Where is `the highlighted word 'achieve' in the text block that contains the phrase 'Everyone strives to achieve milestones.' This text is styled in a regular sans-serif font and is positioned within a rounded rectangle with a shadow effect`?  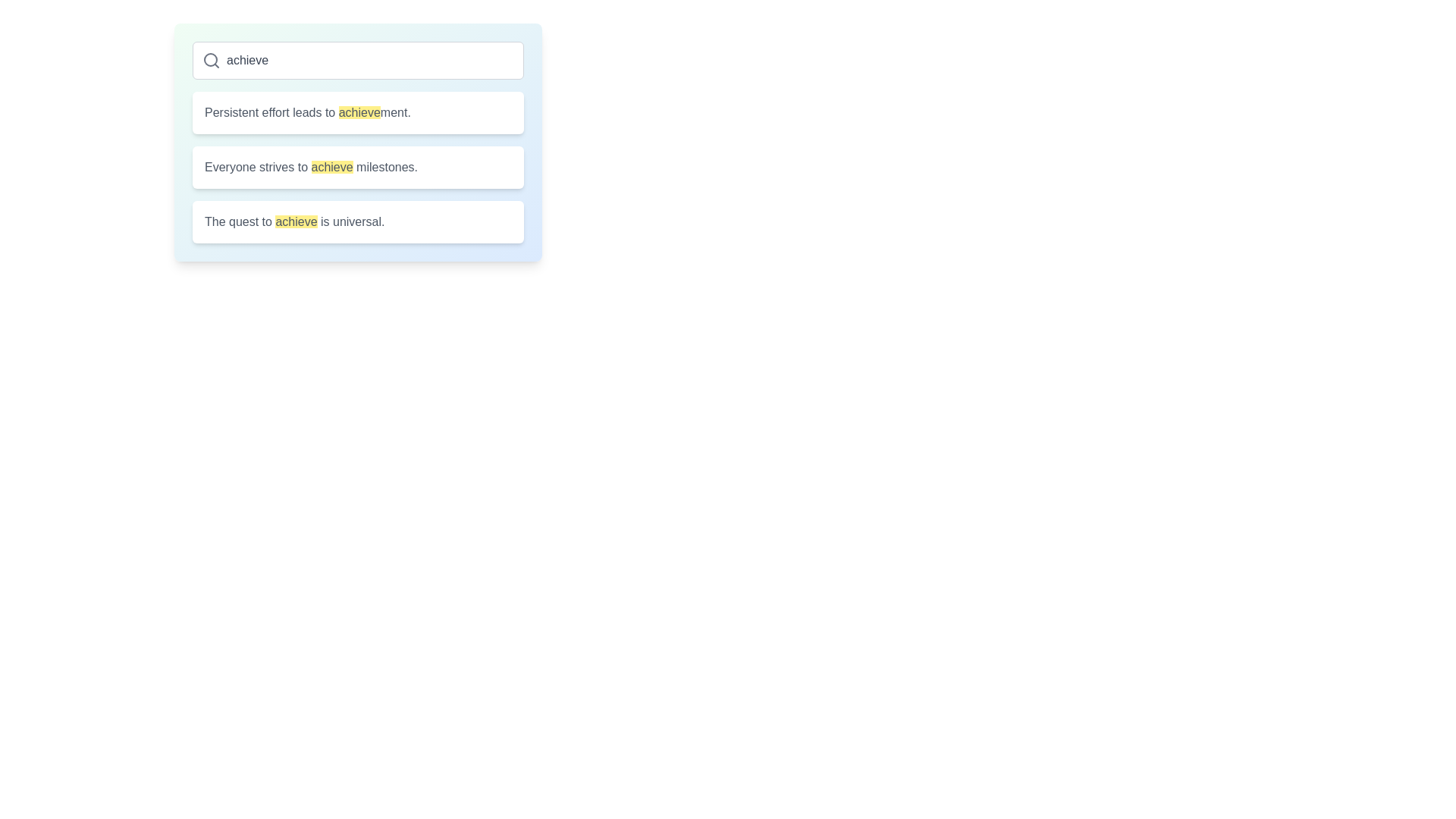 the highlighted word 'achieve' in the text block that contains the phrase 'Everyone strives to achieve milestones.' This text is styled in a regular sans-serif font and is positioned within a rounded rectangle with a shadow effect is located at coordinates (310, 167).